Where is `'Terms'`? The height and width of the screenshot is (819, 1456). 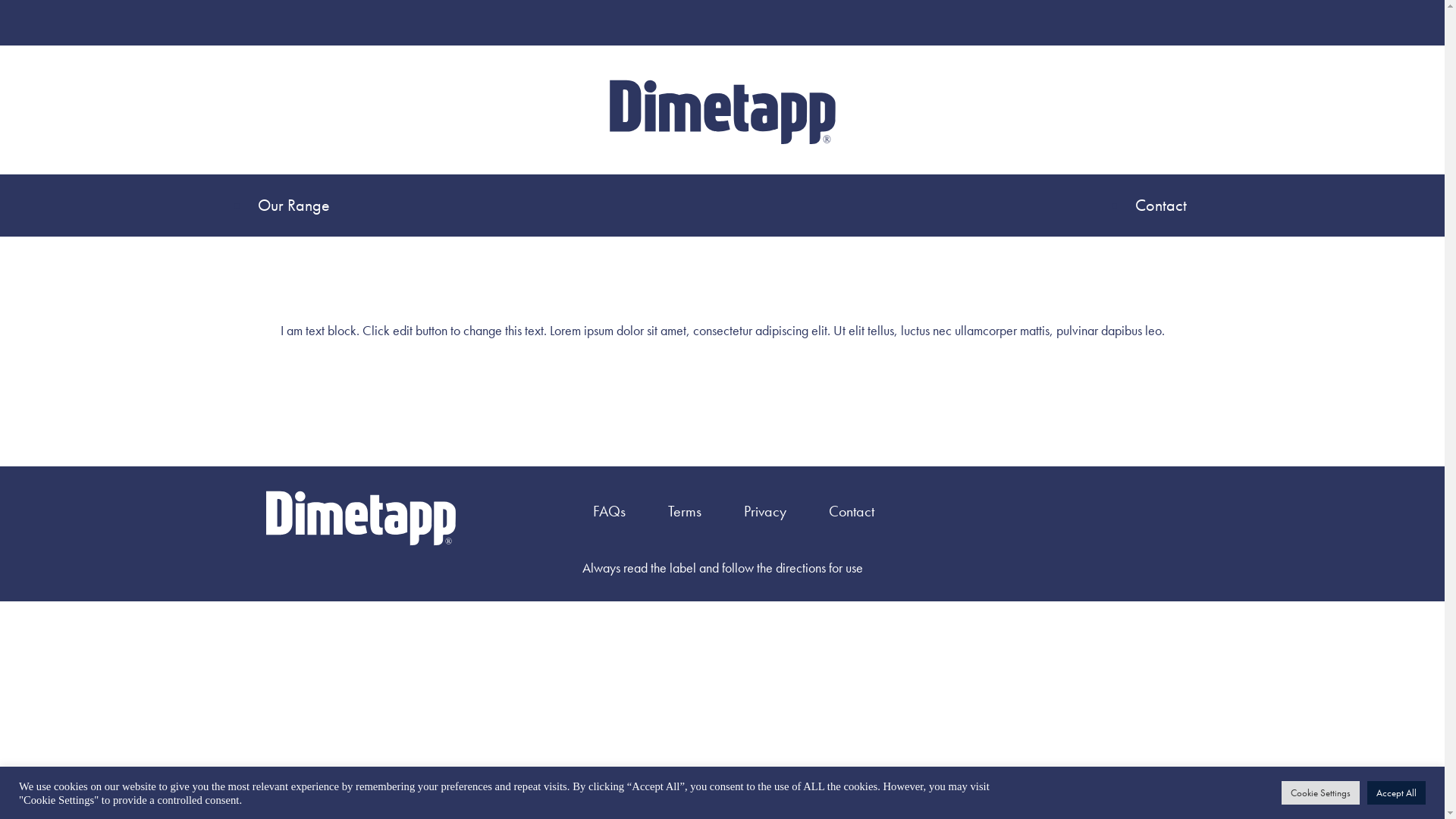 'Terms' is located at coordinates (683, 511).